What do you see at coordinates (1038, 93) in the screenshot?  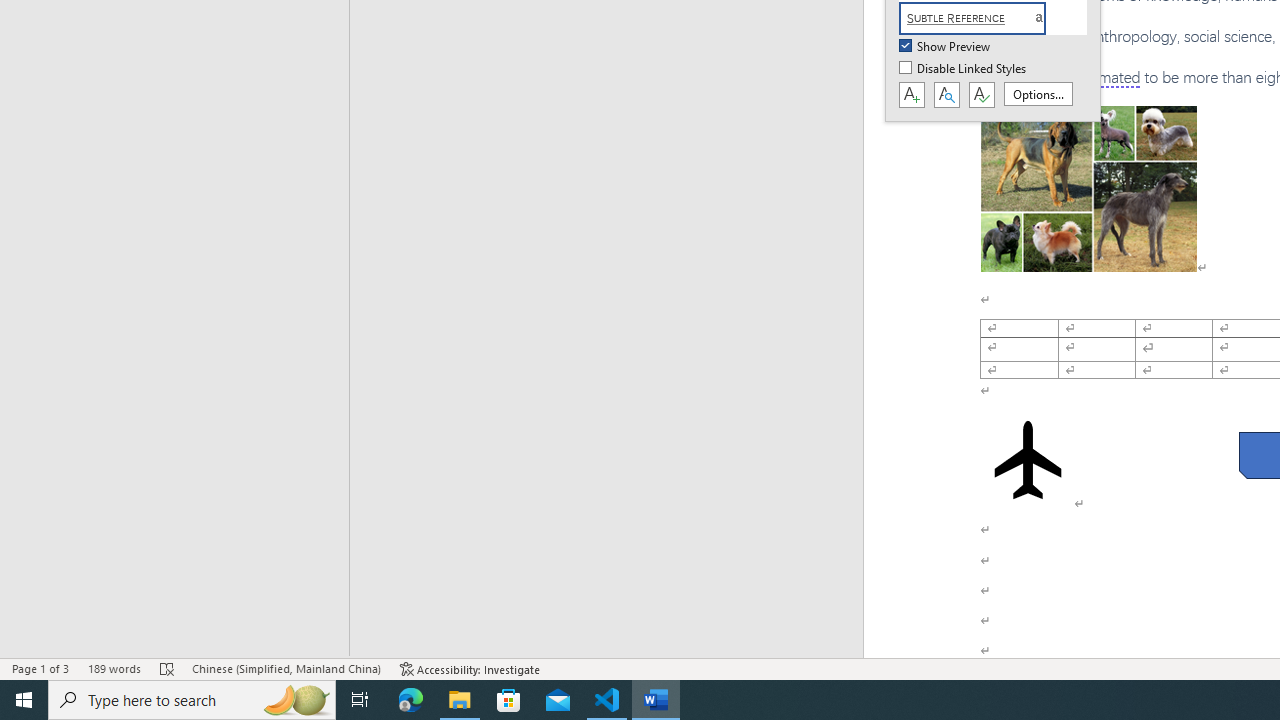 I see `'Options...'` at bounding box center [1038, 93].